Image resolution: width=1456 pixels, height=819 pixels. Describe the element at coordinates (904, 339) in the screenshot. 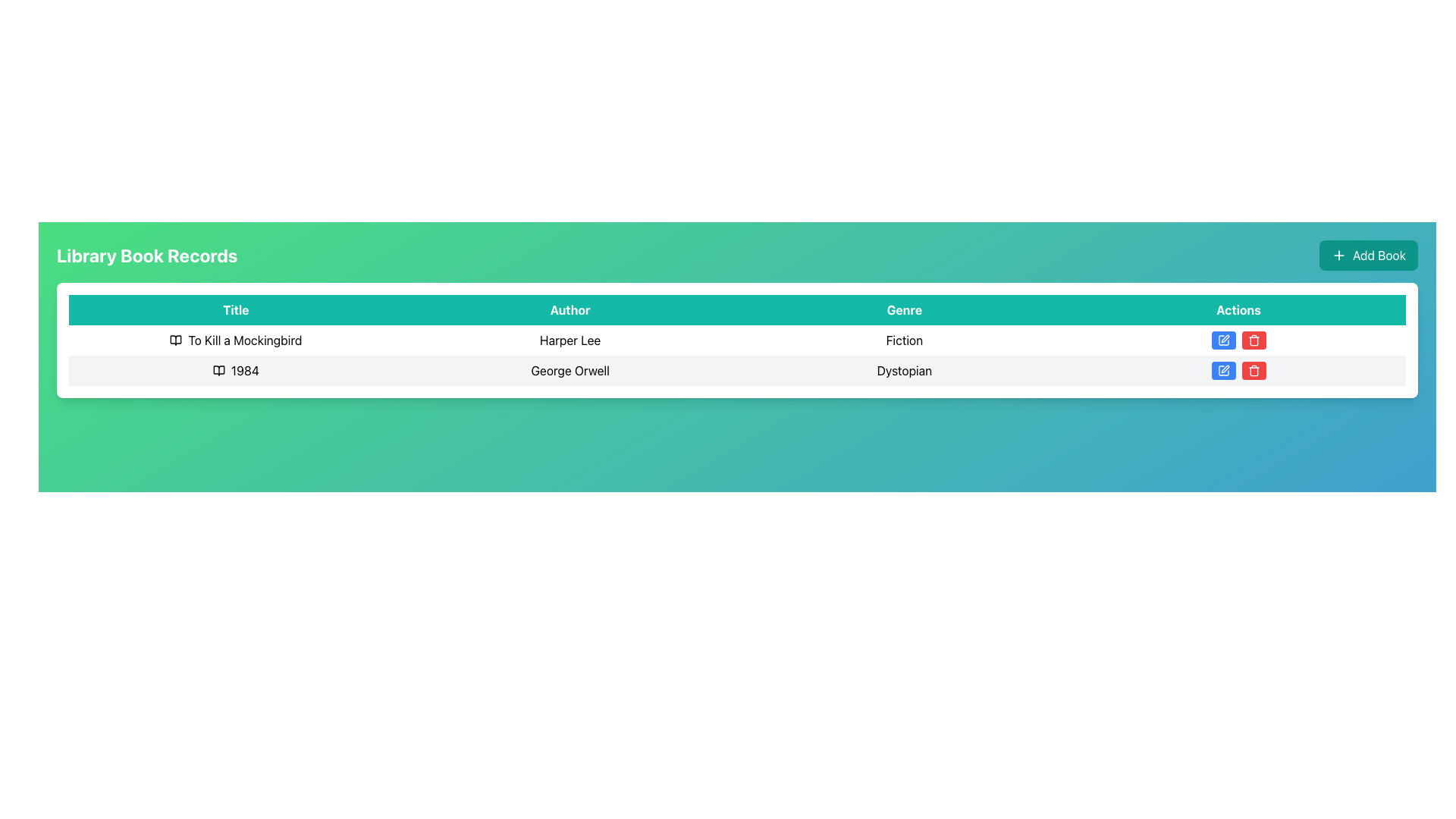

I see `the Text Label indicating the genre of the book in the first row of the table, positioned between 'Harper Lee' and blank space` at that location.